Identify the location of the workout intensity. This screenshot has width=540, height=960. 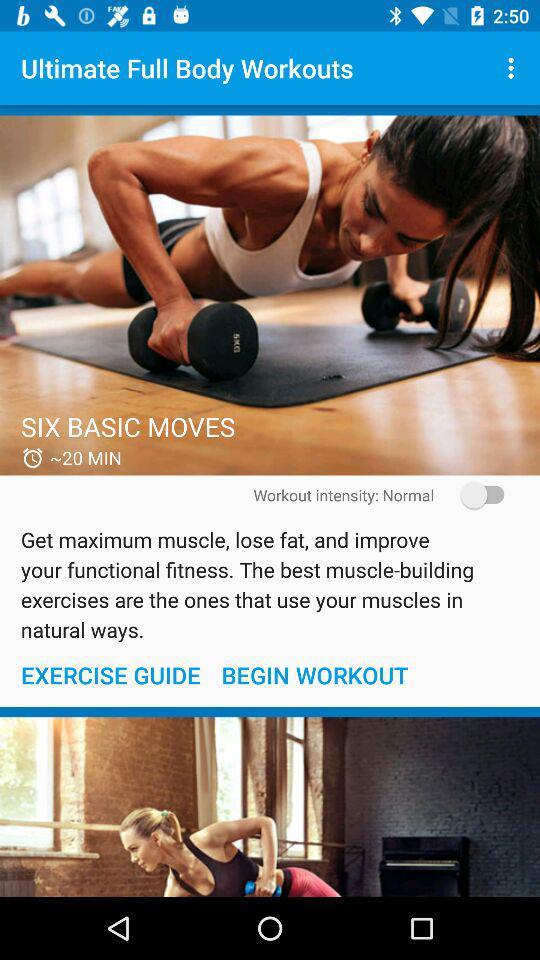
(475, 494).